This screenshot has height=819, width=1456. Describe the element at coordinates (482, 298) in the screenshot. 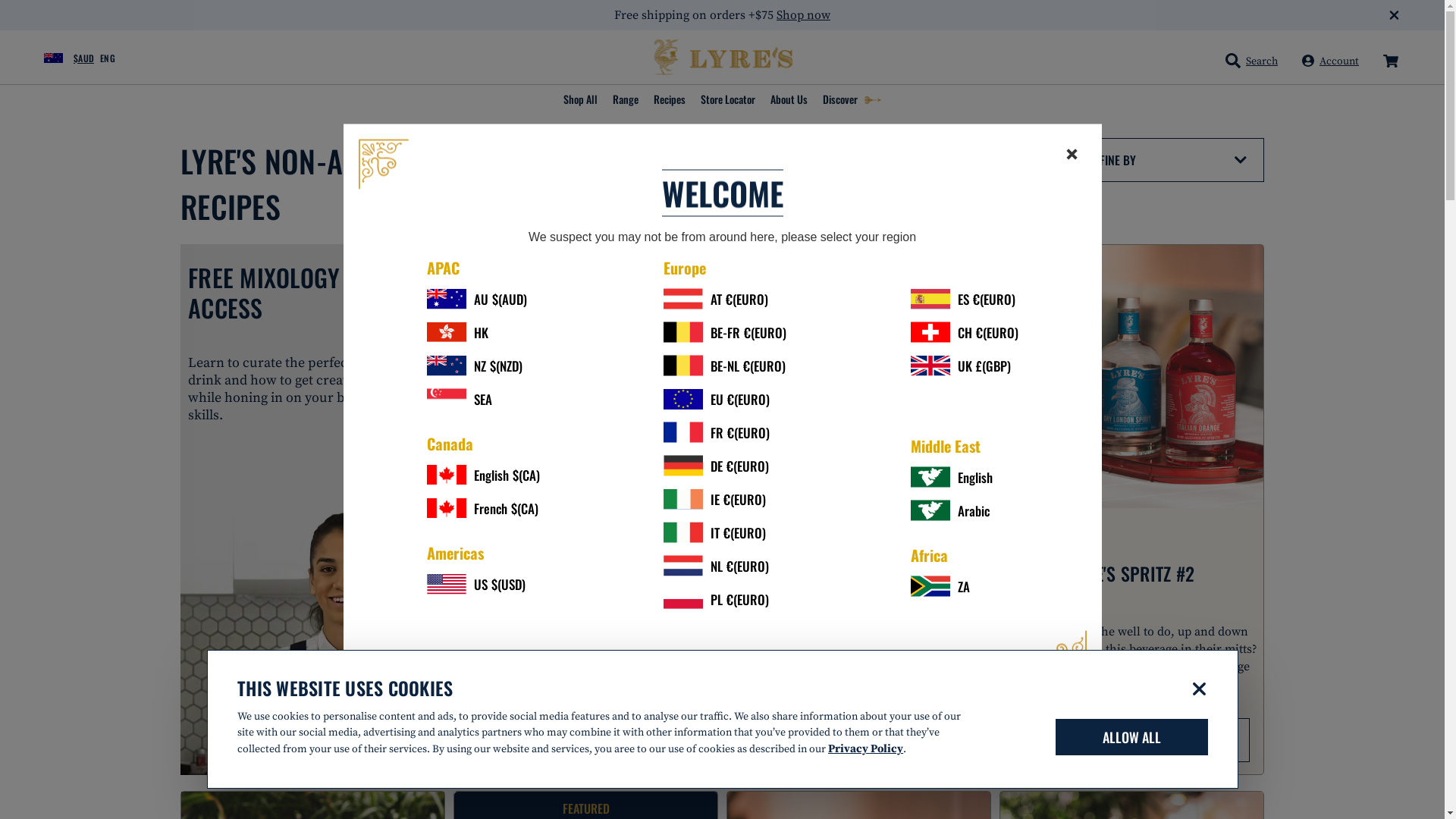

I see `'AU` at that location.